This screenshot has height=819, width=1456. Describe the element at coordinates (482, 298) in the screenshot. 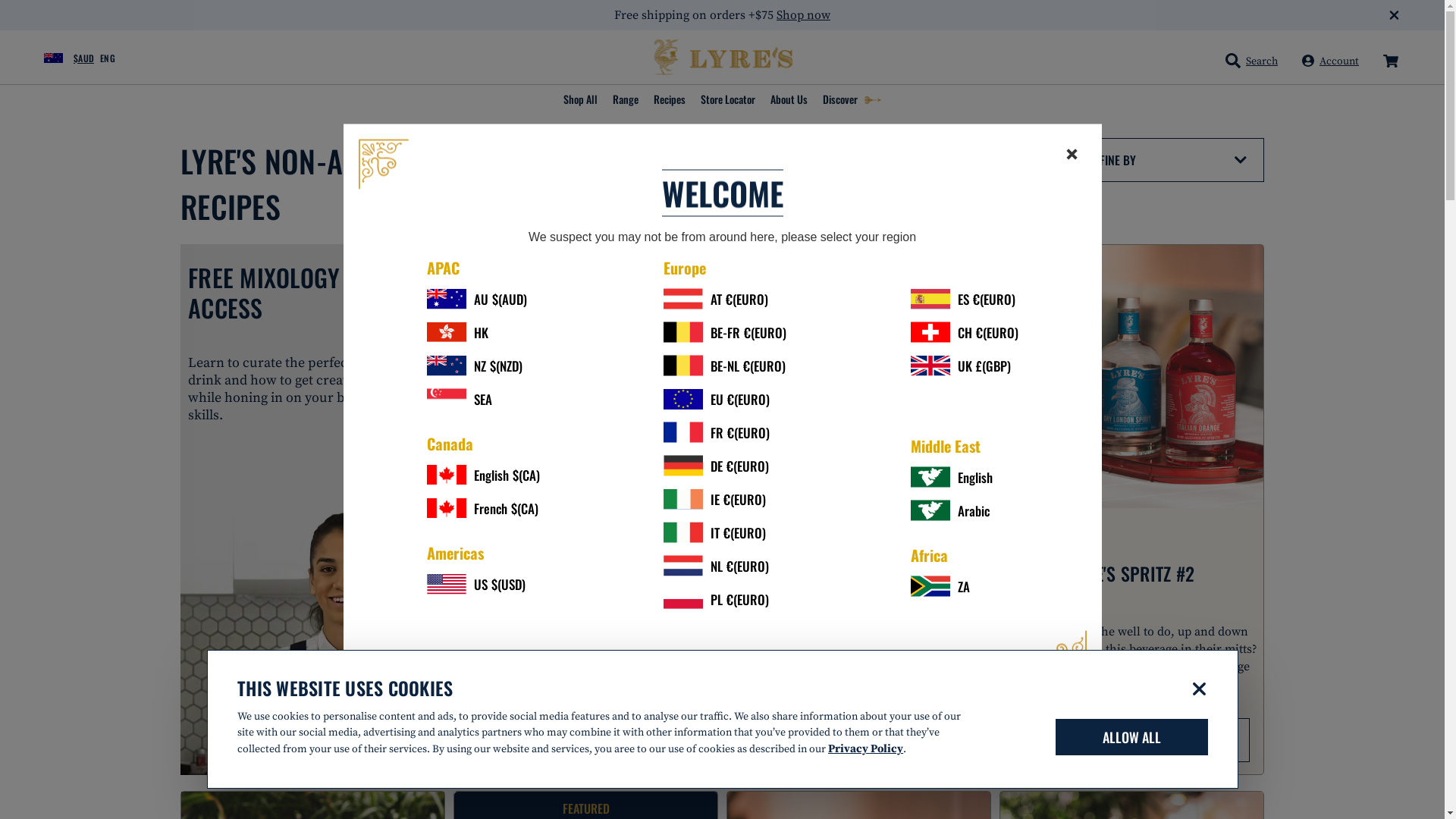

I see `'AU` at that location.